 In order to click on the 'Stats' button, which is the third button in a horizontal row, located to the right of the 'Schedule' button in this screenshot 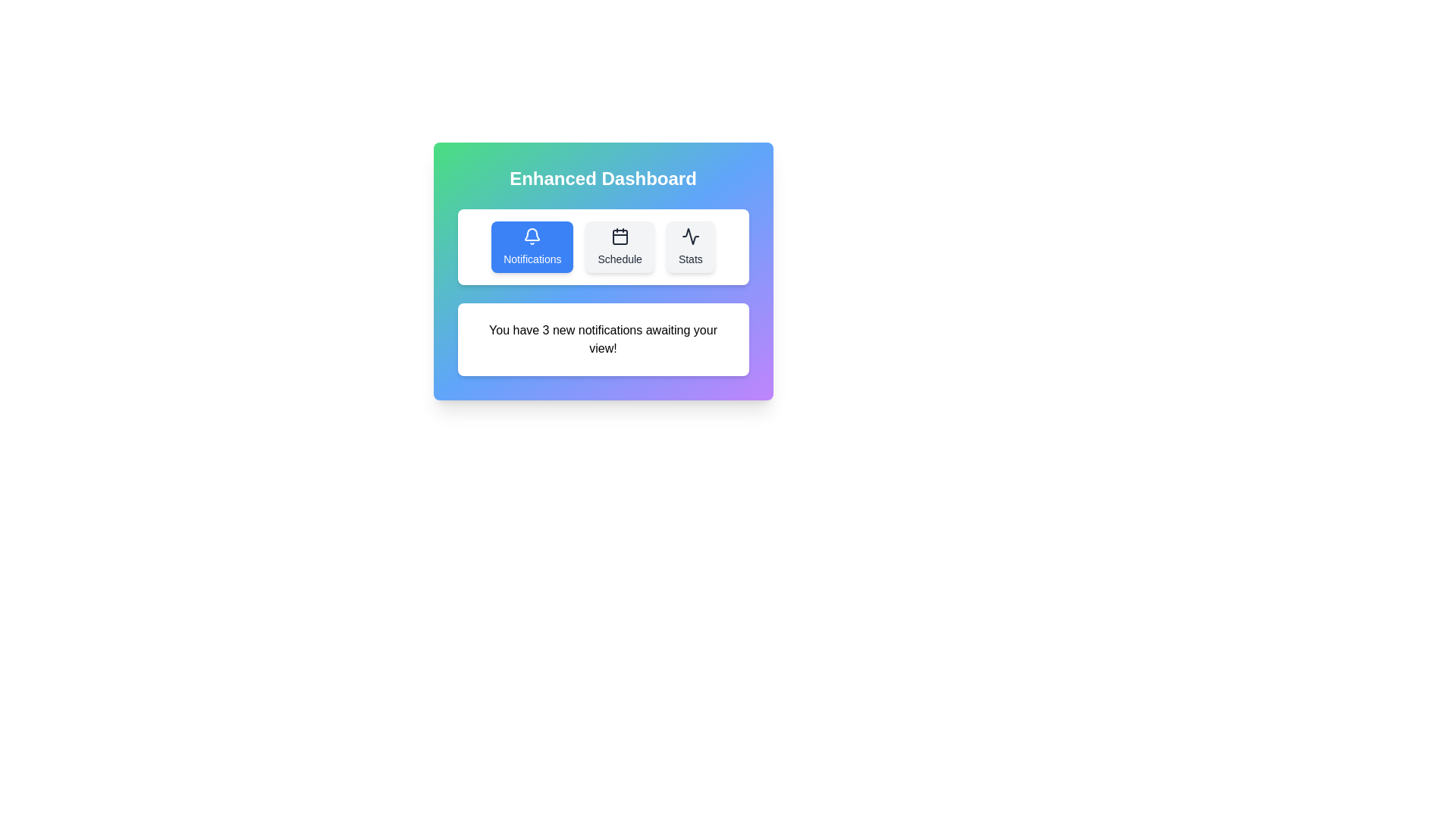, I will do `click(689, 246)`.